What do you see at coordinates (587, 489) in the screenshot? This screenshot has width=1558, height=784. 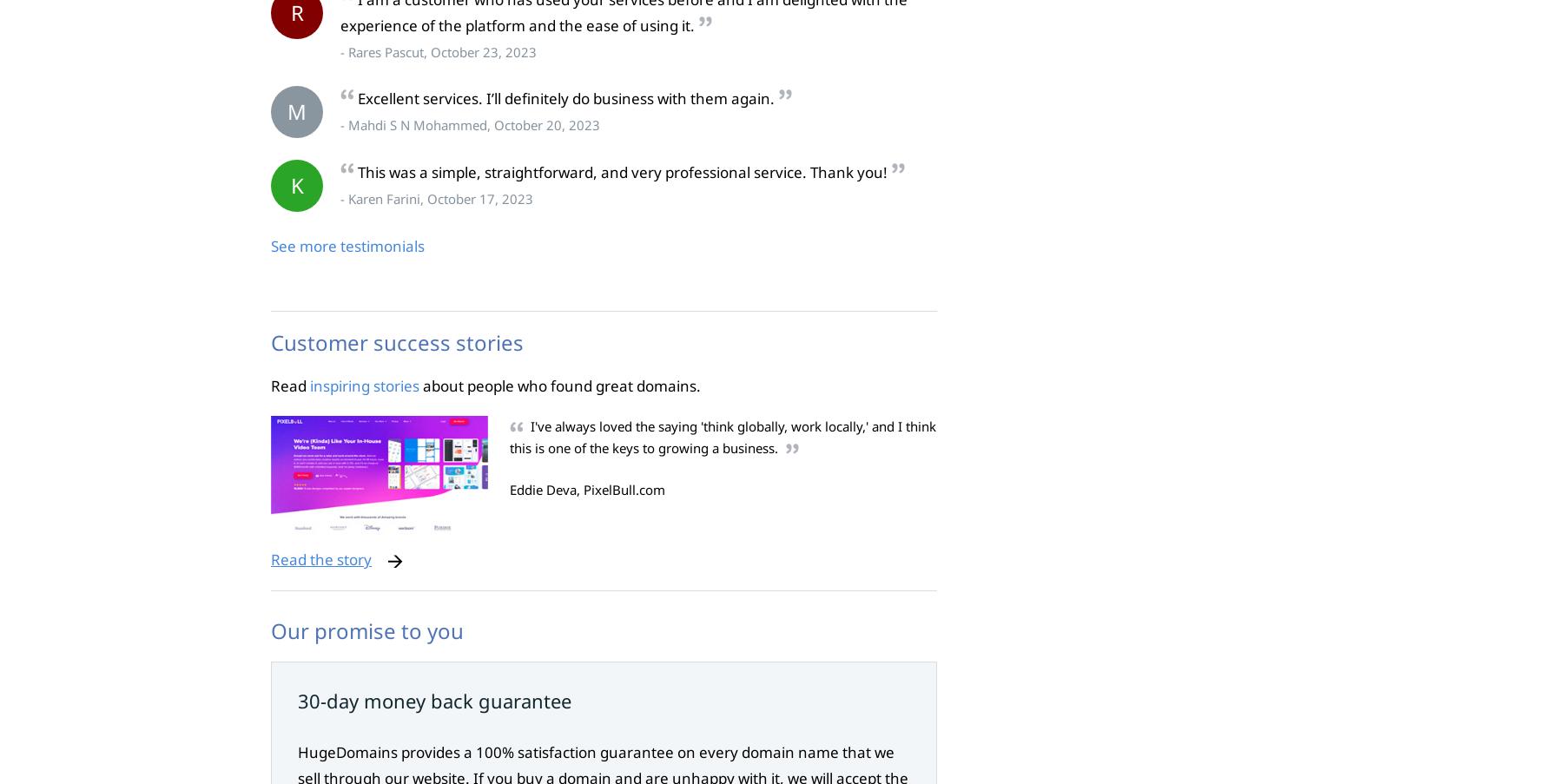 I see `'Eddie Deva, PixelBull.com'` at bounding box center [587, 489].